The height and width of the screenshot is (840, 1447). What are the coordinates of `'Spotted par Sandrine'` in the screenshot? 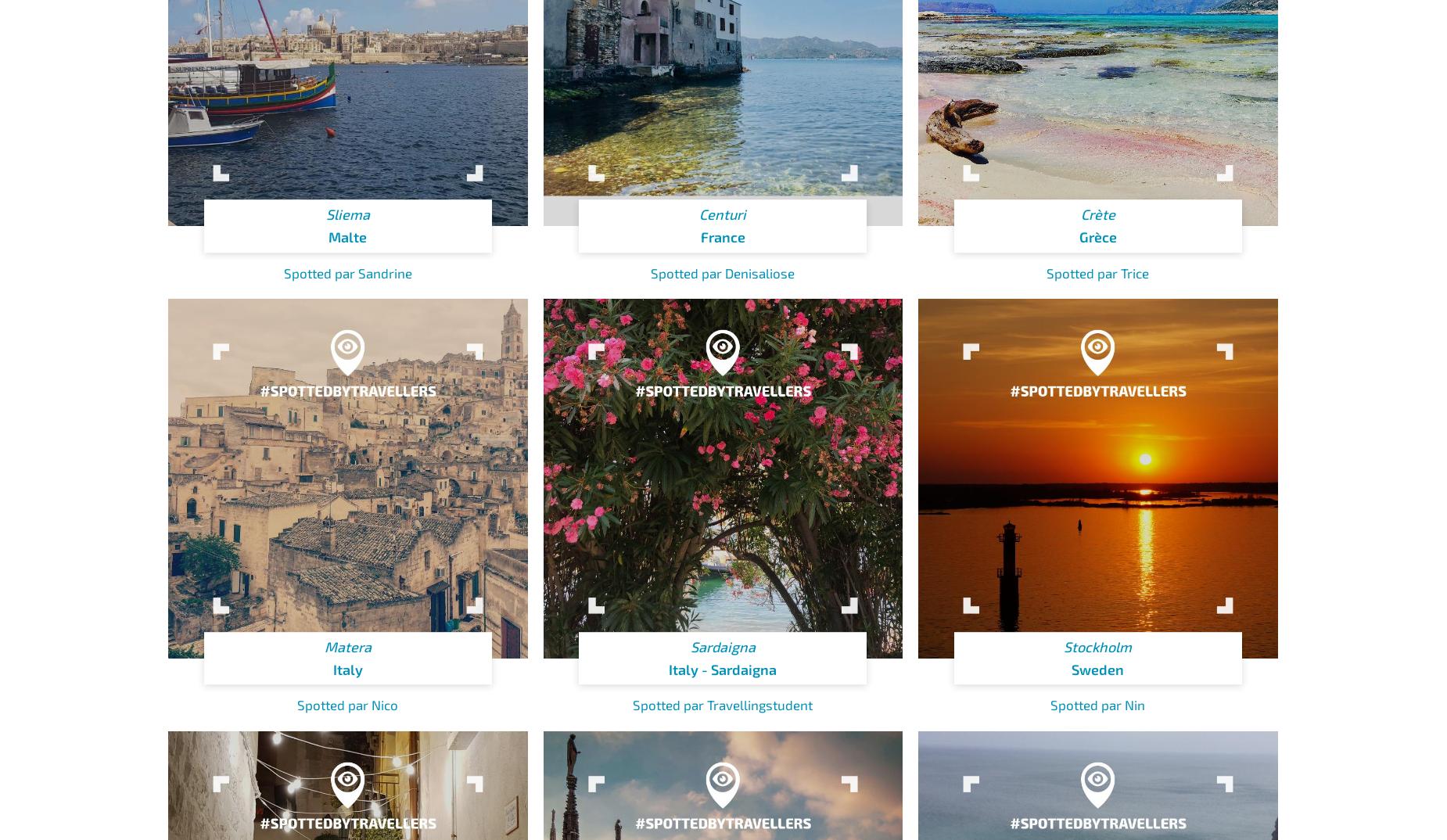 It's located at (346, 271).